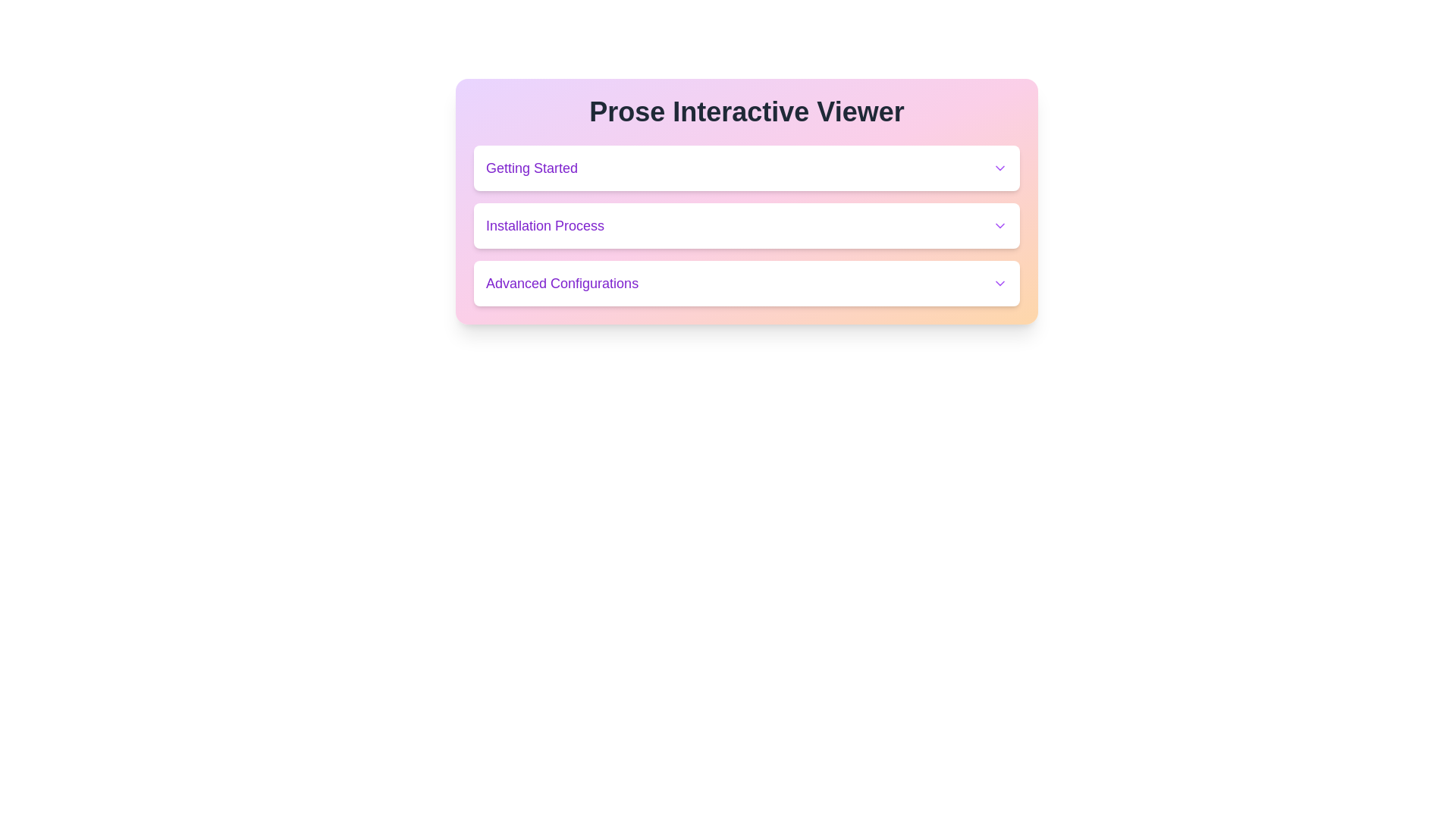  What do you see at coordinates (1000, 284) in the screenshot?
I see `the downward-pointing purple chevron icon located to the right of the text 'Advanced Configurations'` at bounding box center [1000, 284].